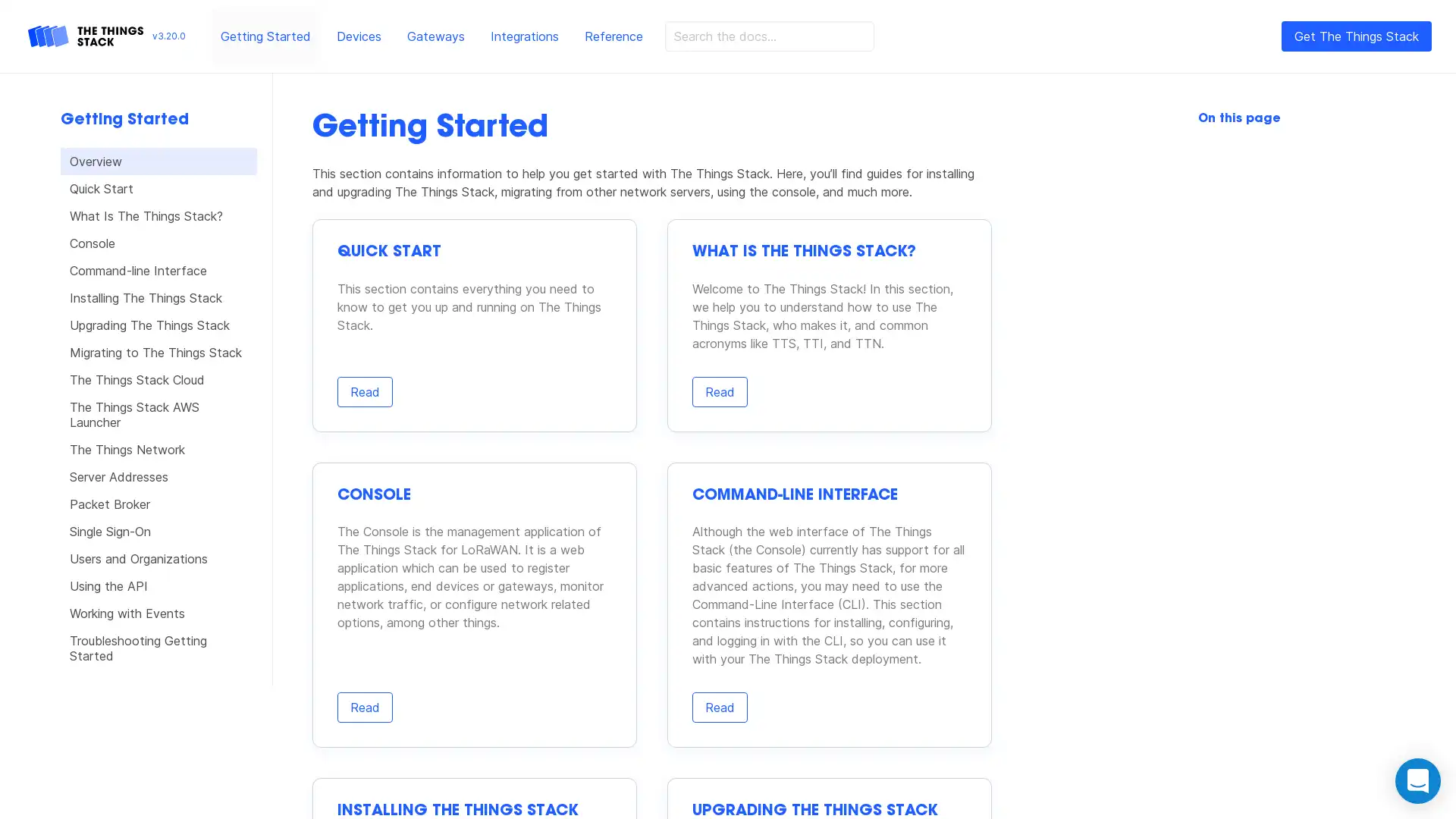  I want to click on Open Intercom Messenger, so click(1417, 780).